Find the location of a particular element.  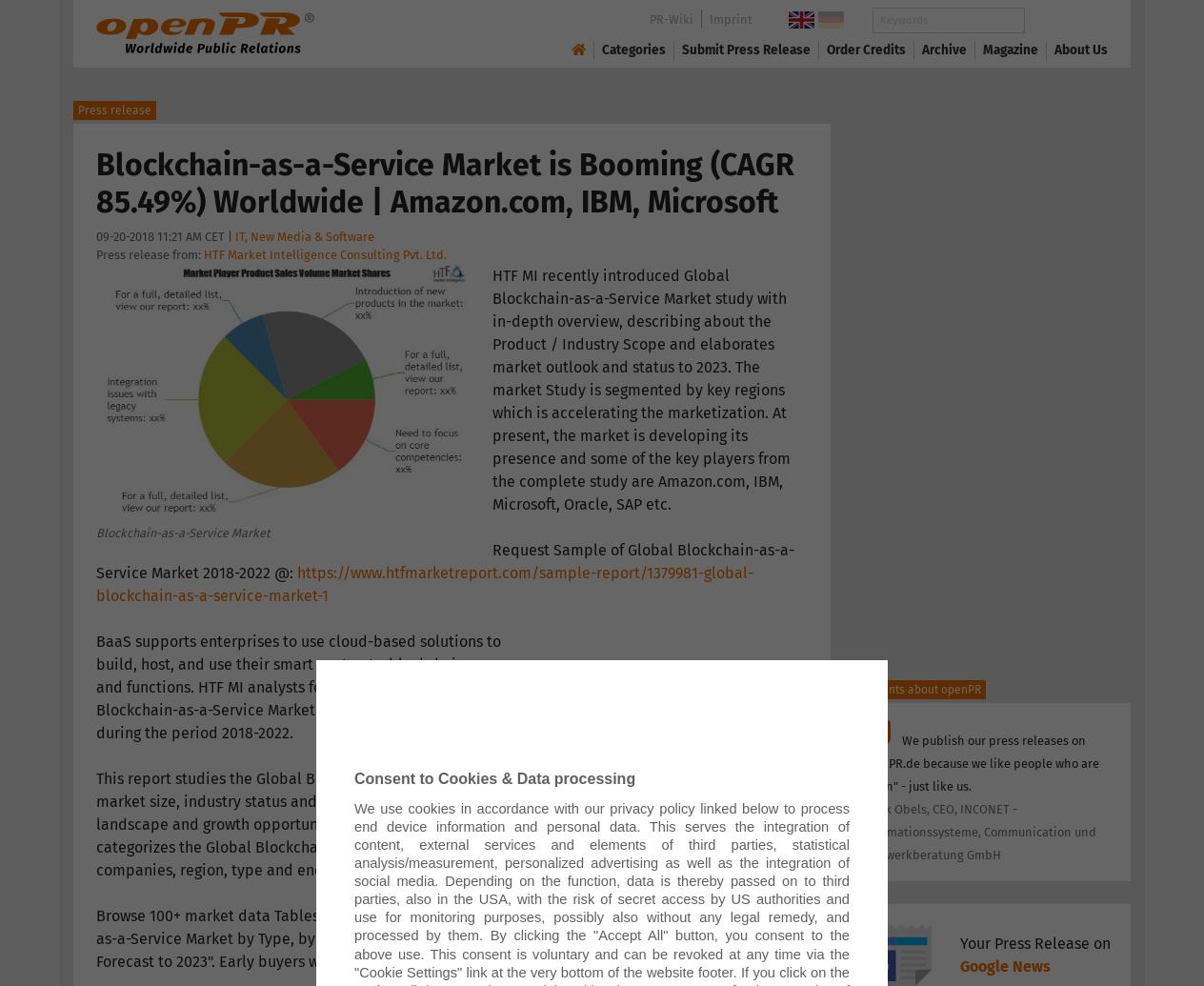

'About Us' is located at coordinates (1080, 49).